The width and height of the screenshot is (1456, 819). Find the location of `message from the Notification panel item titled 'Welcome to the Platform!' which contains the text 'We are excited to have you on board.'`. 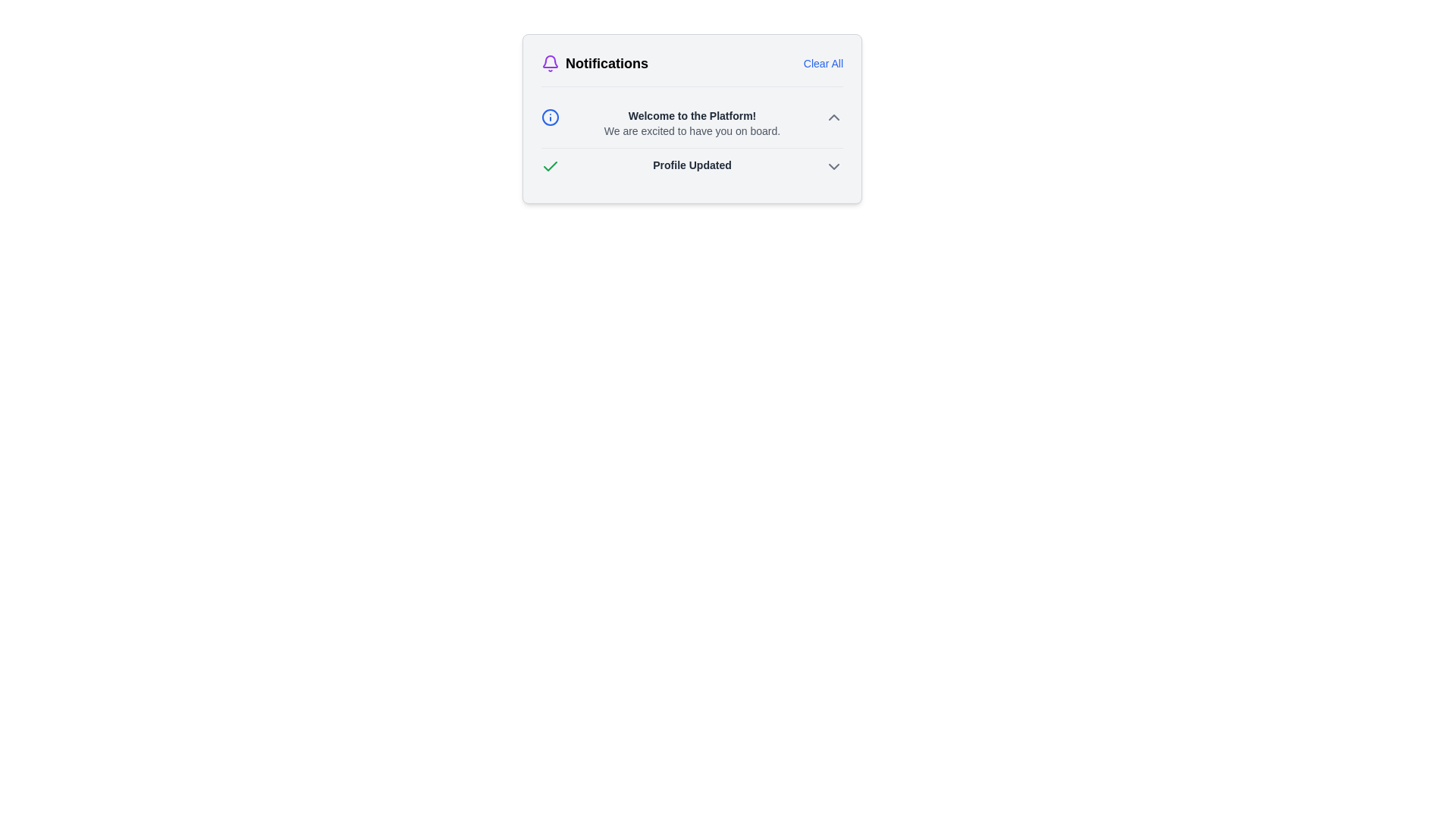

message from the Notification panel item titled 'Welcome to the Platform!' which contains the text 'We are excited to have you on board.' is located at coordinates (691, 122).